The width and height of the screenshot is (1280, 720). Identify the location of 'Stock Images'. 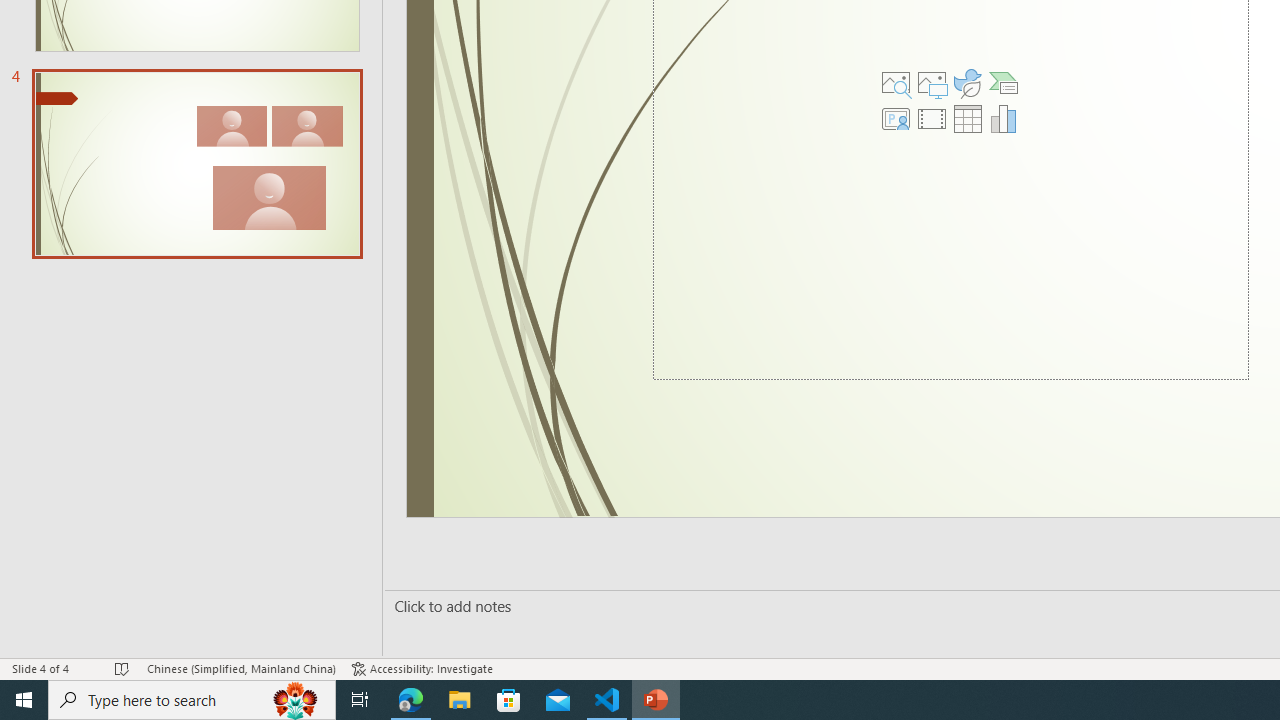
(895, 82).